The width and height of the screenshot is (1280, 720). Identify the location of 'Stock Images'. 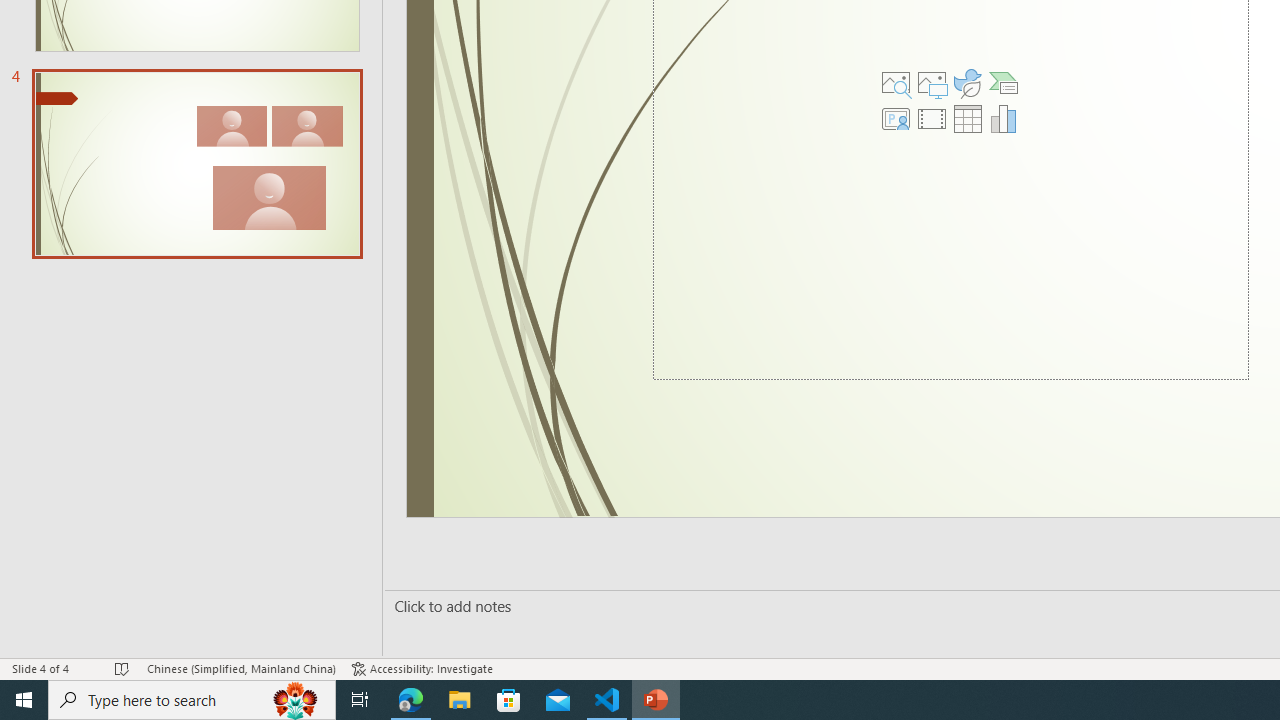
(895, 82).